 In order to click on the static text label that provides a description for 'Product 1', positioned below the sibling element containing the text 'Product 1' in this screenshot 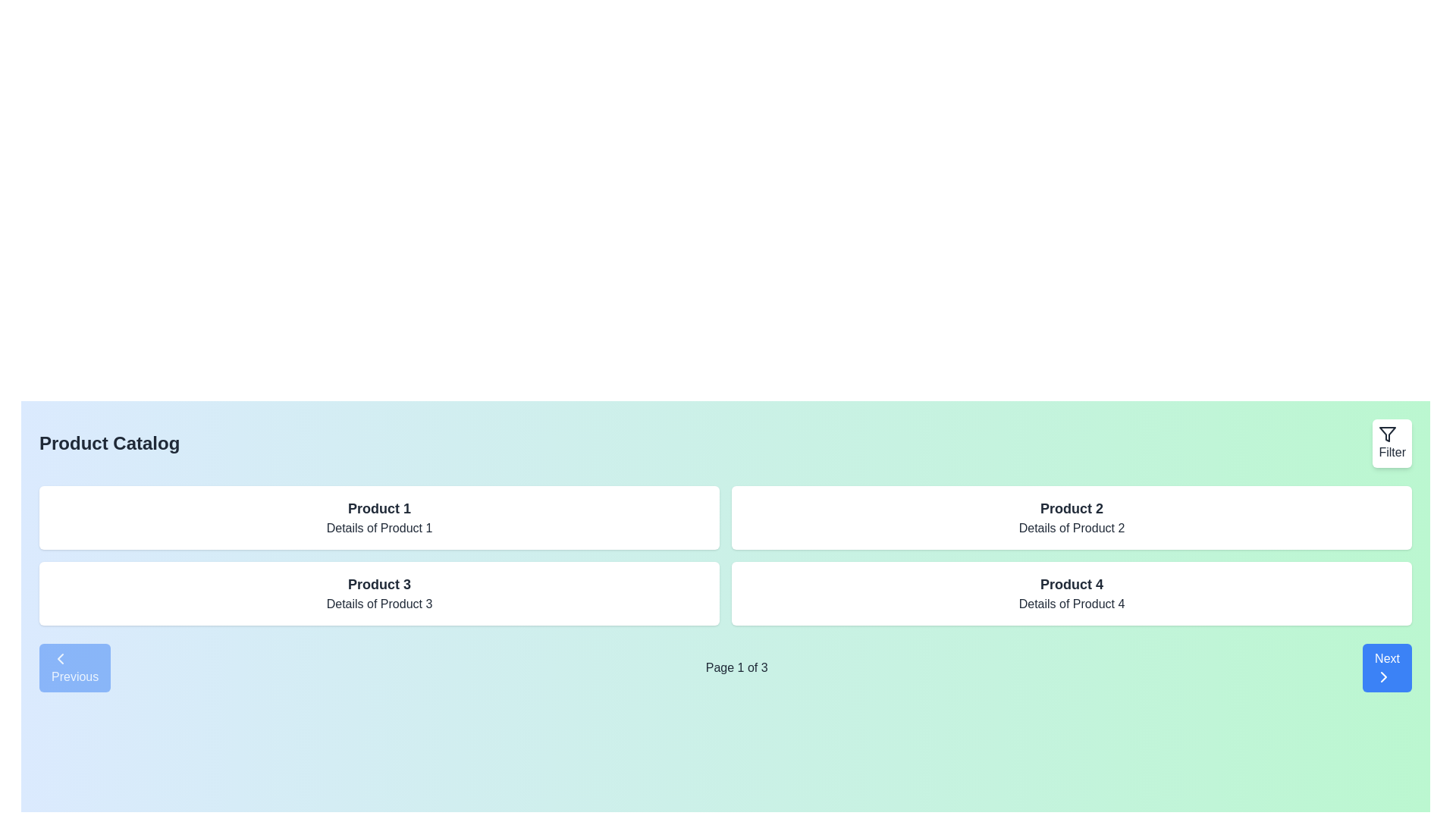, I will do `click(379, 528)`.